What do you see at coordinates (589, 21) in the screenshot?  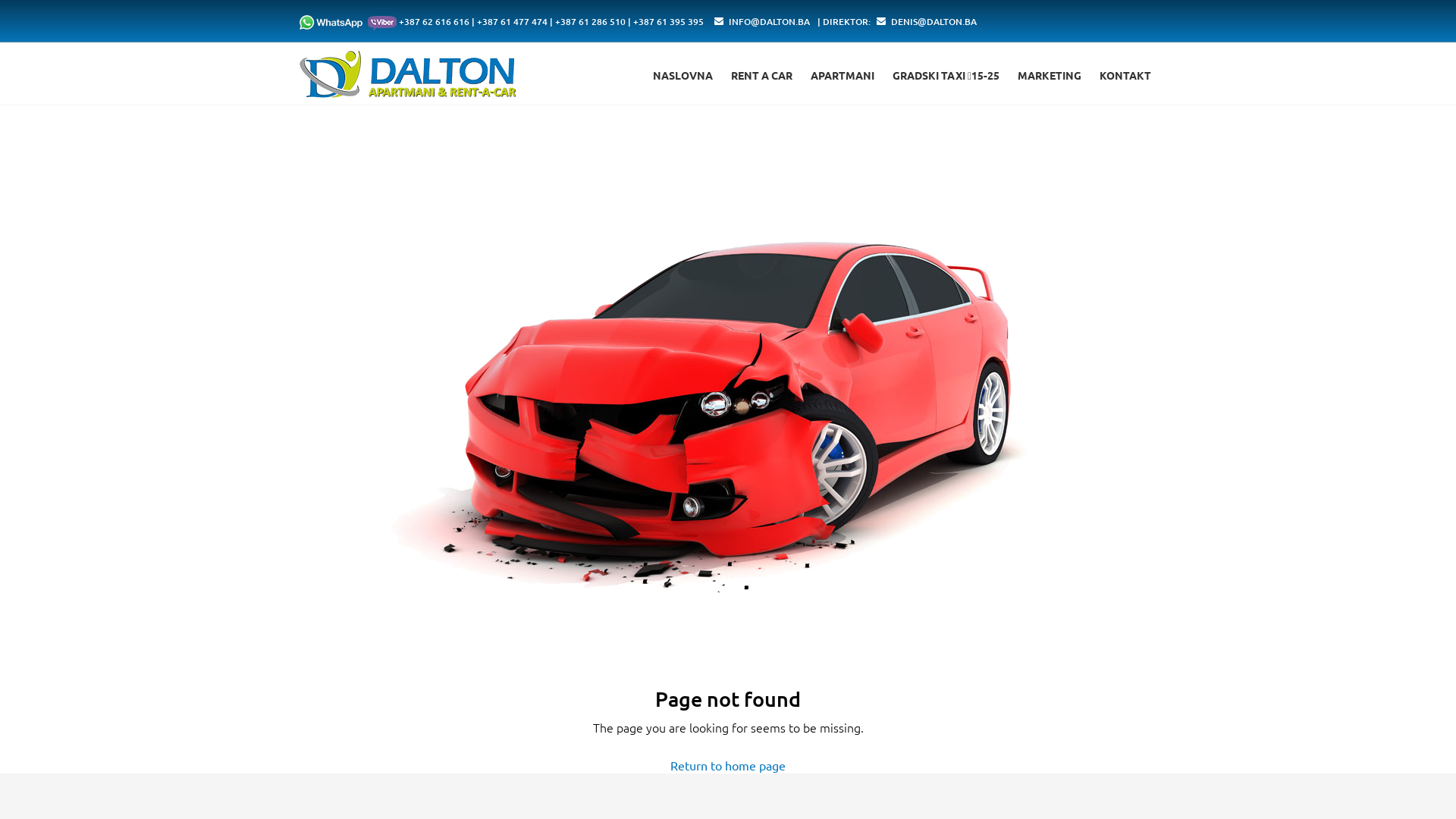 I see `'+387 61 286 510'` at bounding box center [589, 21].